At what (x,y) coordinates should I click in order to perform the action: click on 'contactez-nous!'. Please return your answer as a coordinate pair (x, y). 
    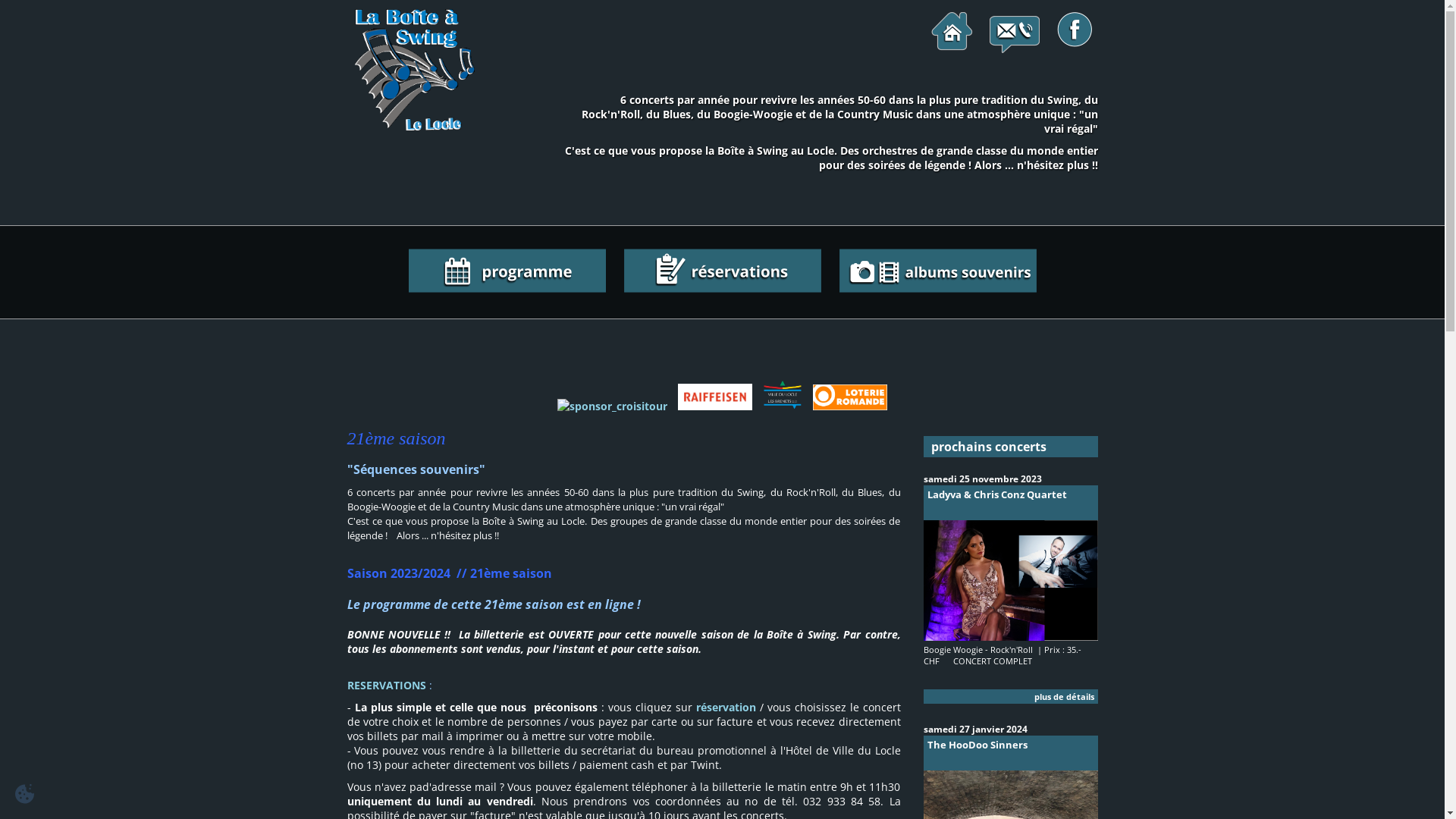
    Looking at the image, I should click on (1015, 33).